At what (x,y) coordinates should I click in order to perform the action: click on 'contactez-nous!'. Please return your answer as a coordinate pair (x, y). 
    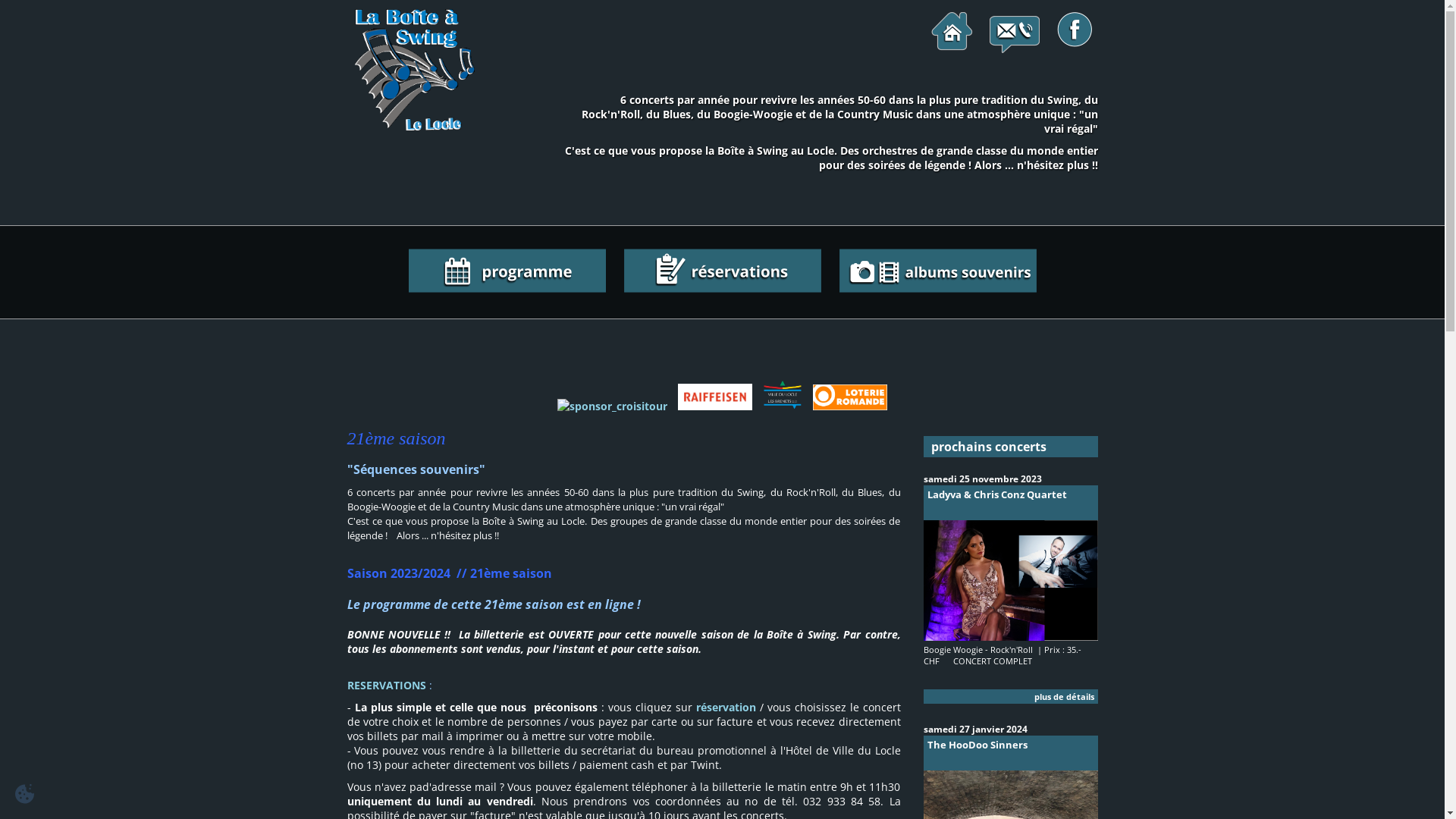
    Looking at the image, I should click on (1015, 33).